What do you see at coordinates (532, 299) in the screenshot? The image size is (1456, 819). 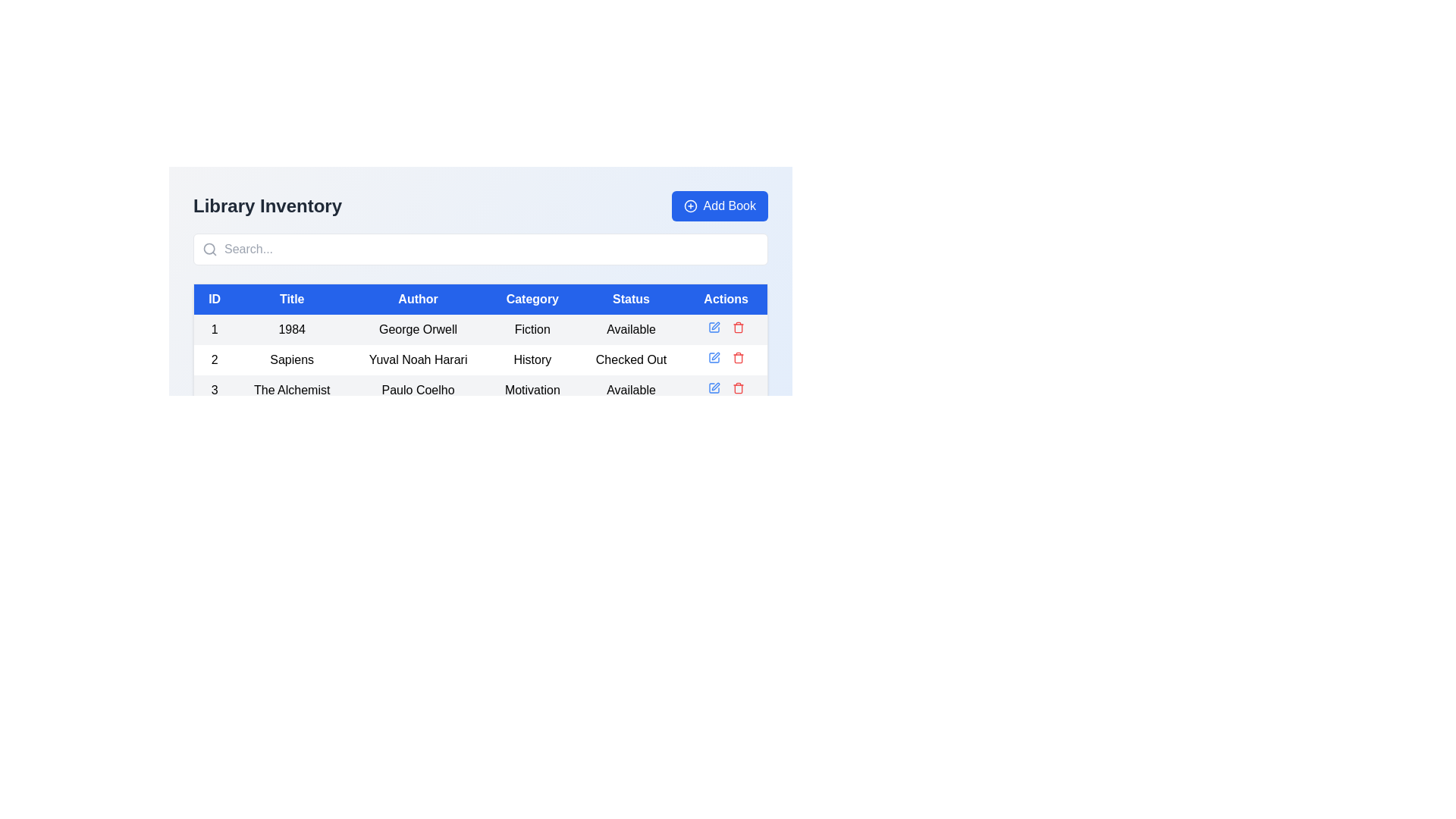 I see `the 'Category' column header in the table, which is the fourth header located between 'Author' and 'Status'` at bounding box center [532, 299].